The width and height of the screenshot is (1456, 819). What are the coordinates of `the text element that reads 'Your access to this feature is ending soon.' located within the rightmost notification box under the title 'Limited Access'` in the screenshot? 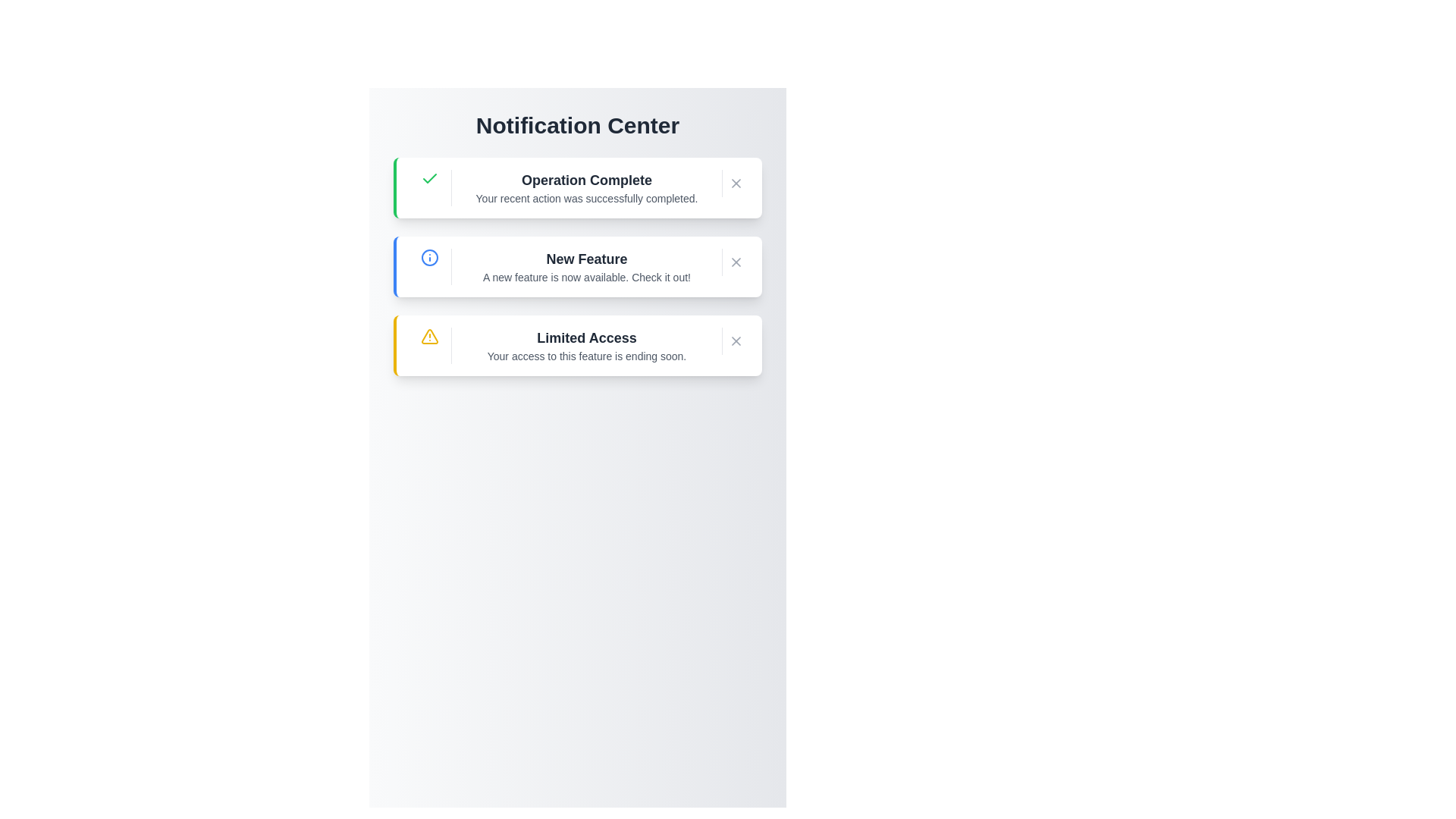 It's located at (585, 356).